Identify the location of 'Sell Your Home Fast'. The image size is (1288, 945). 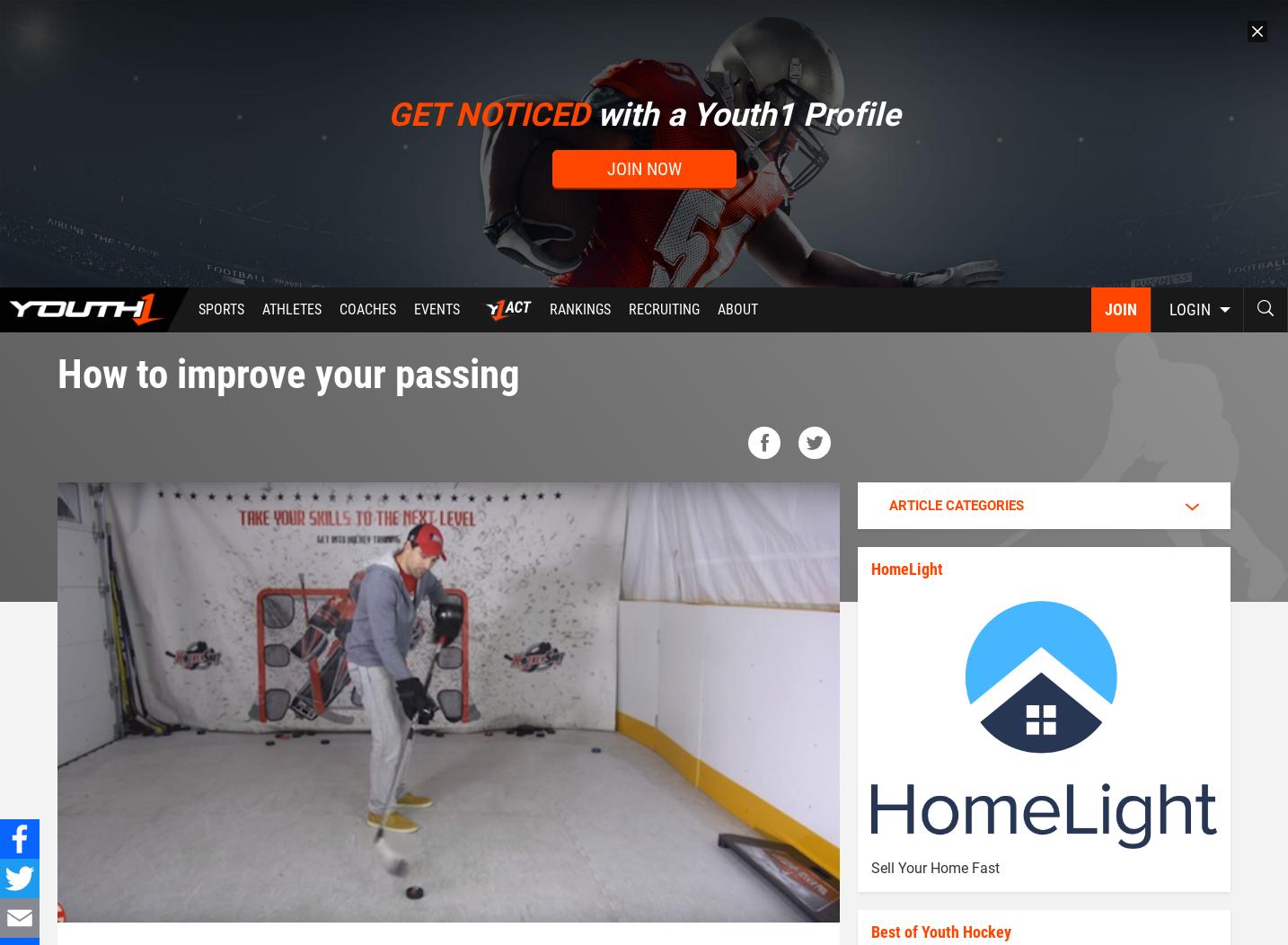
(933, 867).